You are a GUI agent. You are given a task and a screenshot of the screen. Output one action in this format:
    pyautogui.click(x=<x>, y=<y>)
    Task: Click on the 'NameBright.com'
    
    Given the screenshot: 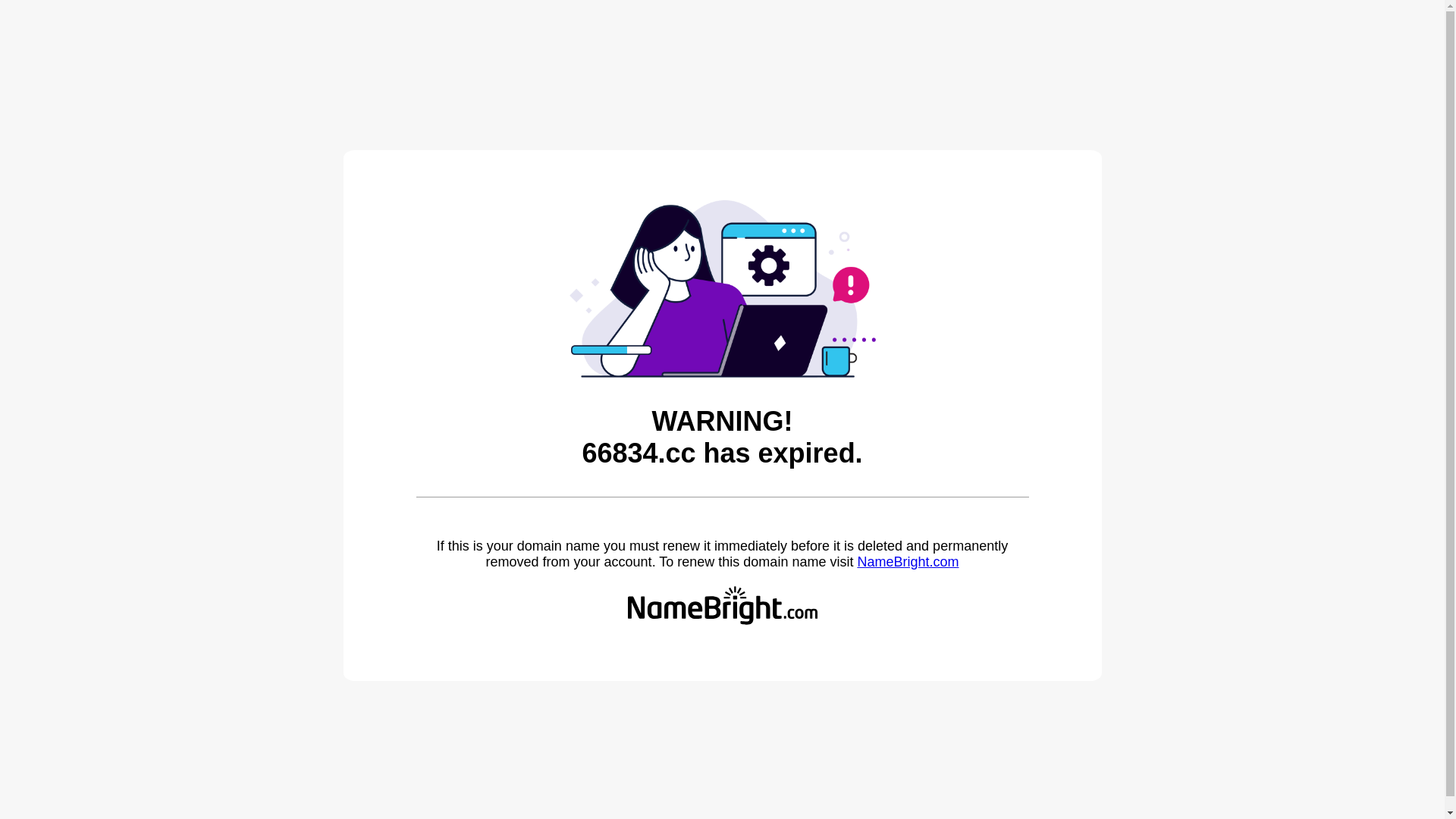 What is the action you would take?
    pyautogui.click(x=907, y=561)
    